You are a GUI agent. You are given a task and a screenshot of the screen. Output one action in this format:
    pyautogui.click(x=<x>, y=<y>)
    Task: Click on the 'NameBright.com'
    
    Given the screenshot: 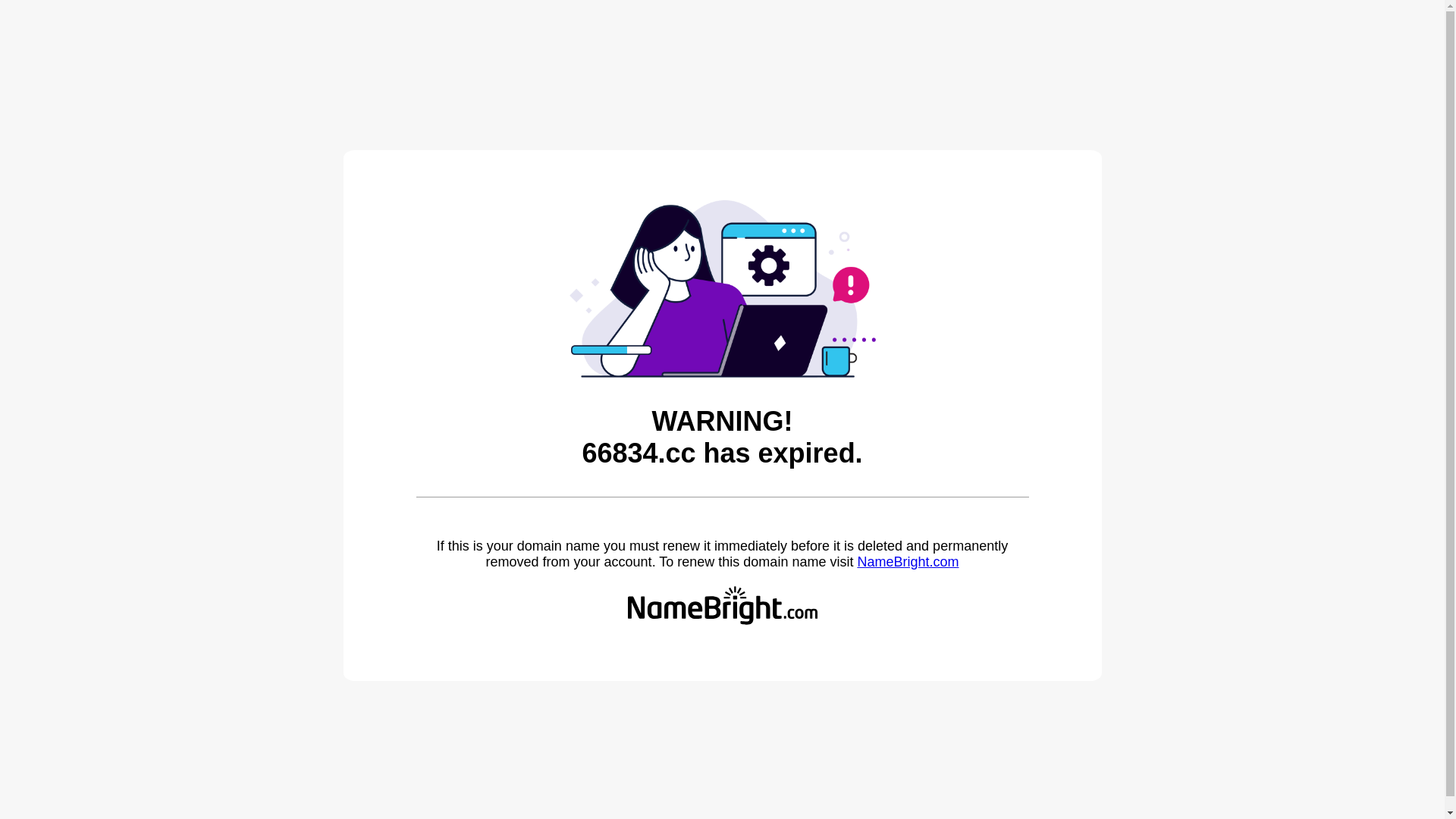 What is the action you would take?
    pyautogui.click(x=907, y=561)
    